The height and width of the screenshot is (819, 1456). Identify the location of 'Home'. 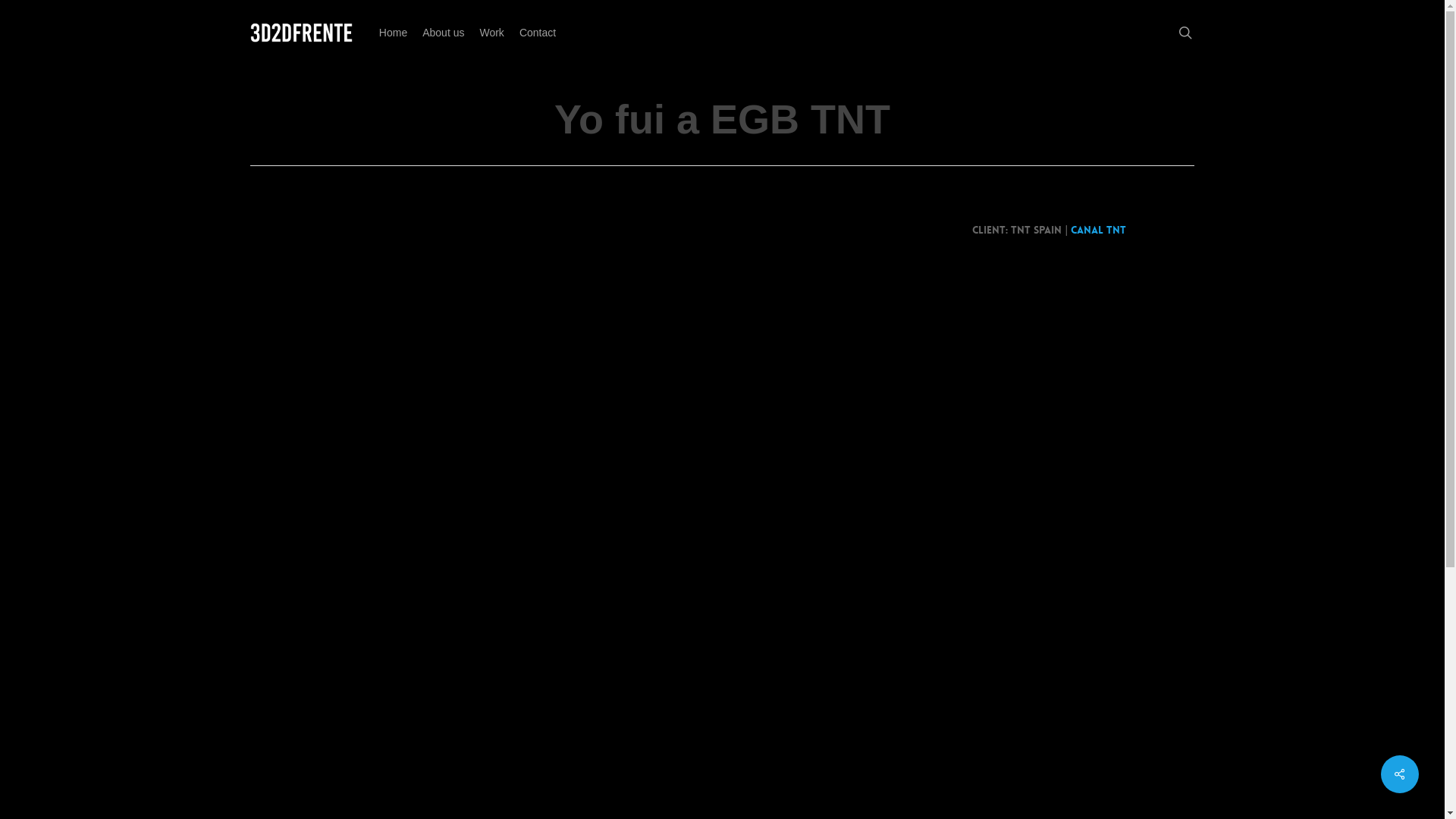
(371, 32).